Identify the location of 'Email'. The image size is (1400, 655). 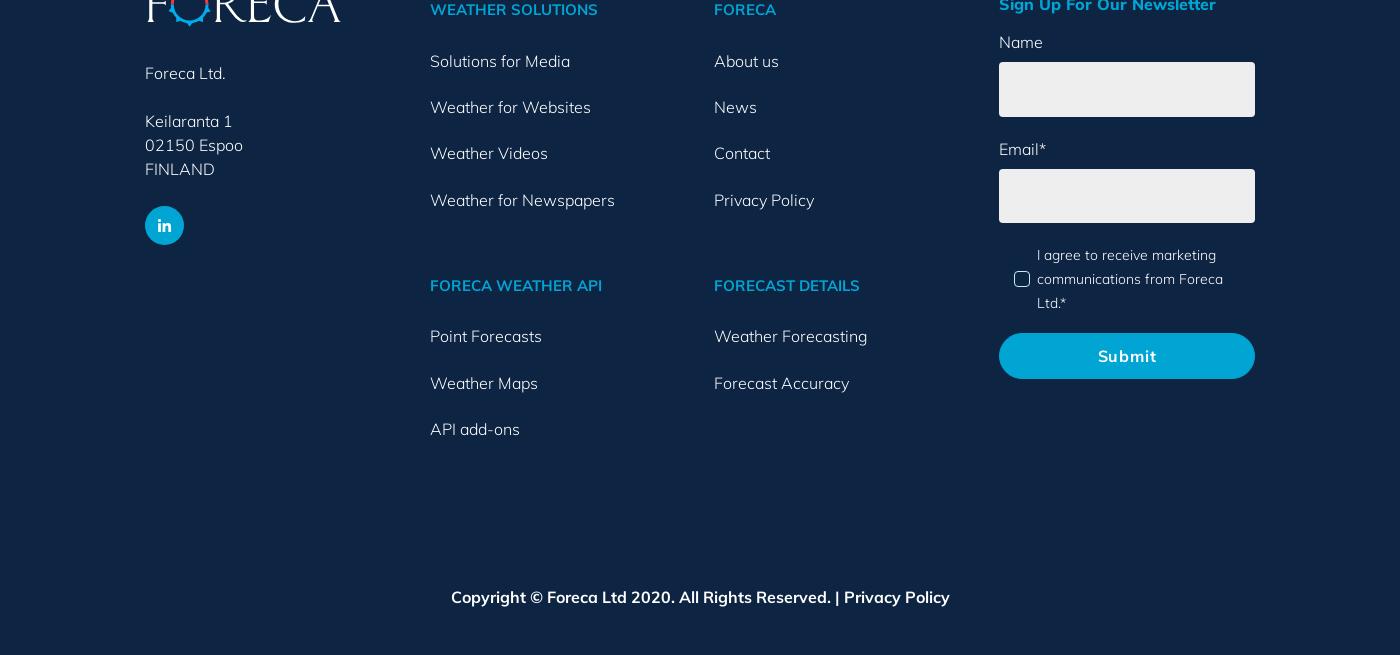
(1017, 147).